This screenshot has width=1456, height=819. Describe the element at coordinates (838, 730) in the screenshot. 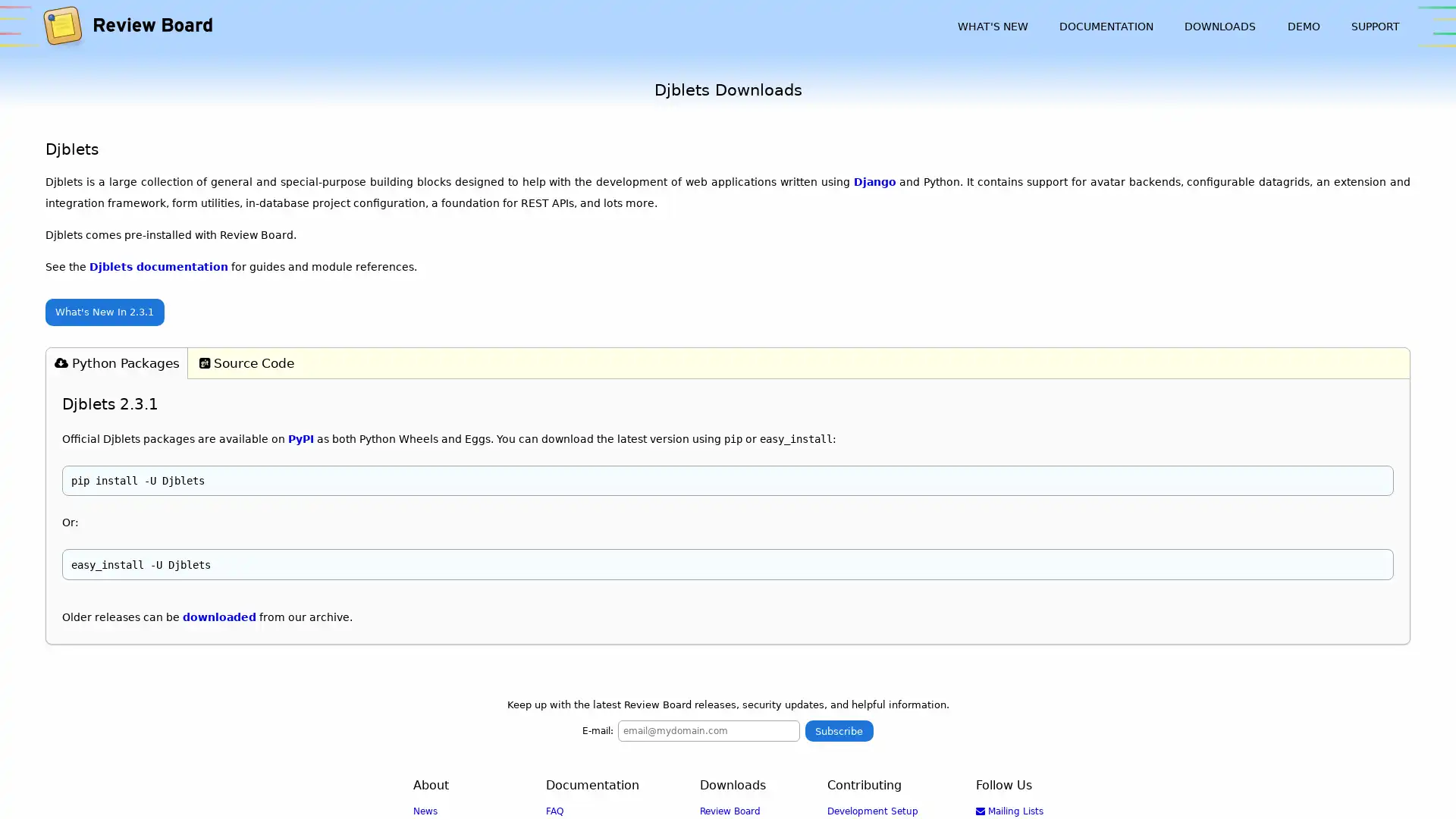

I see `Subscribe` at that location.